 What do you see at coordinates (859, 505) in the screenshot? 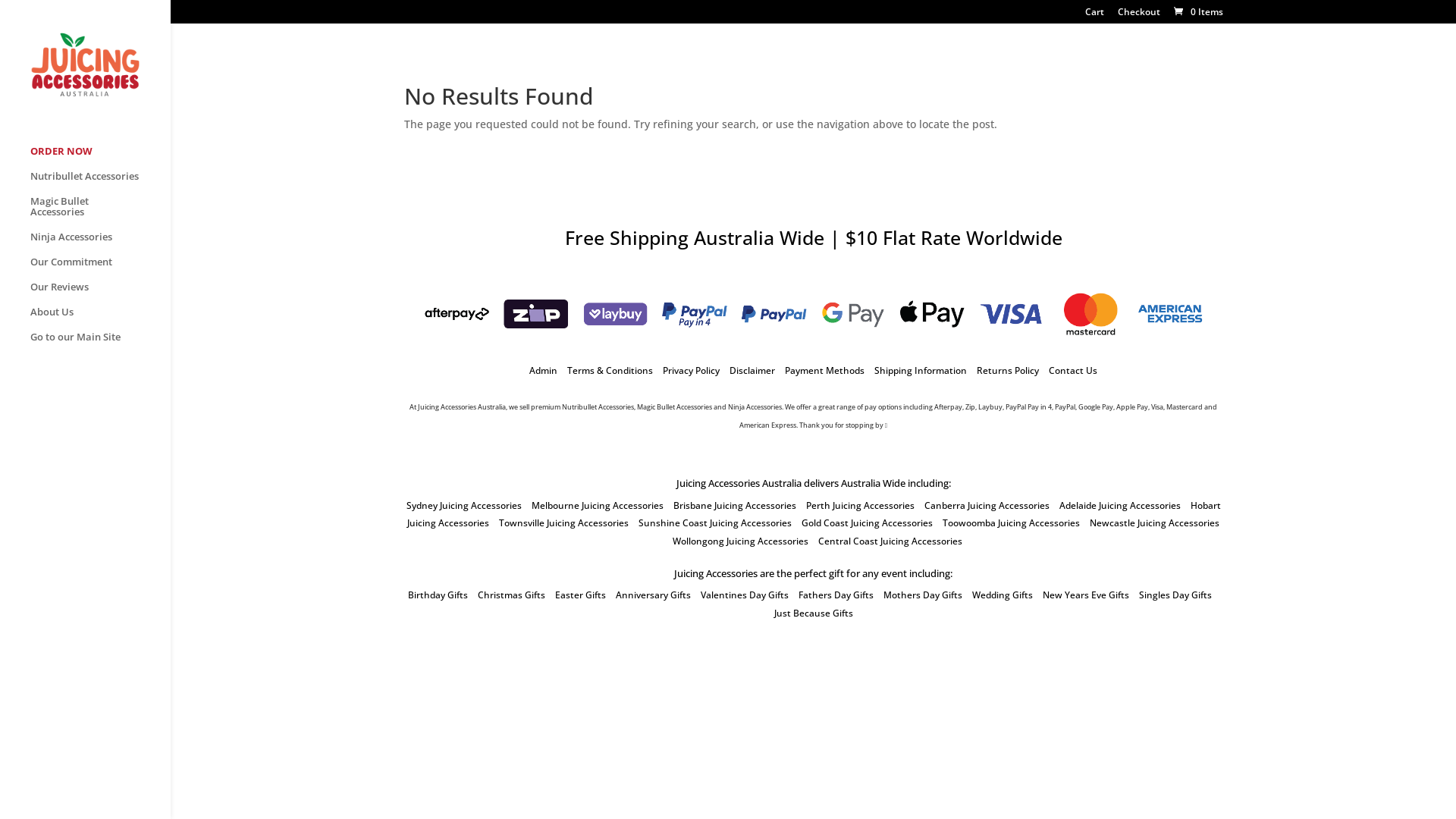
I see `'Perth Juicing Accessories'` at bounding box center [859, 505].